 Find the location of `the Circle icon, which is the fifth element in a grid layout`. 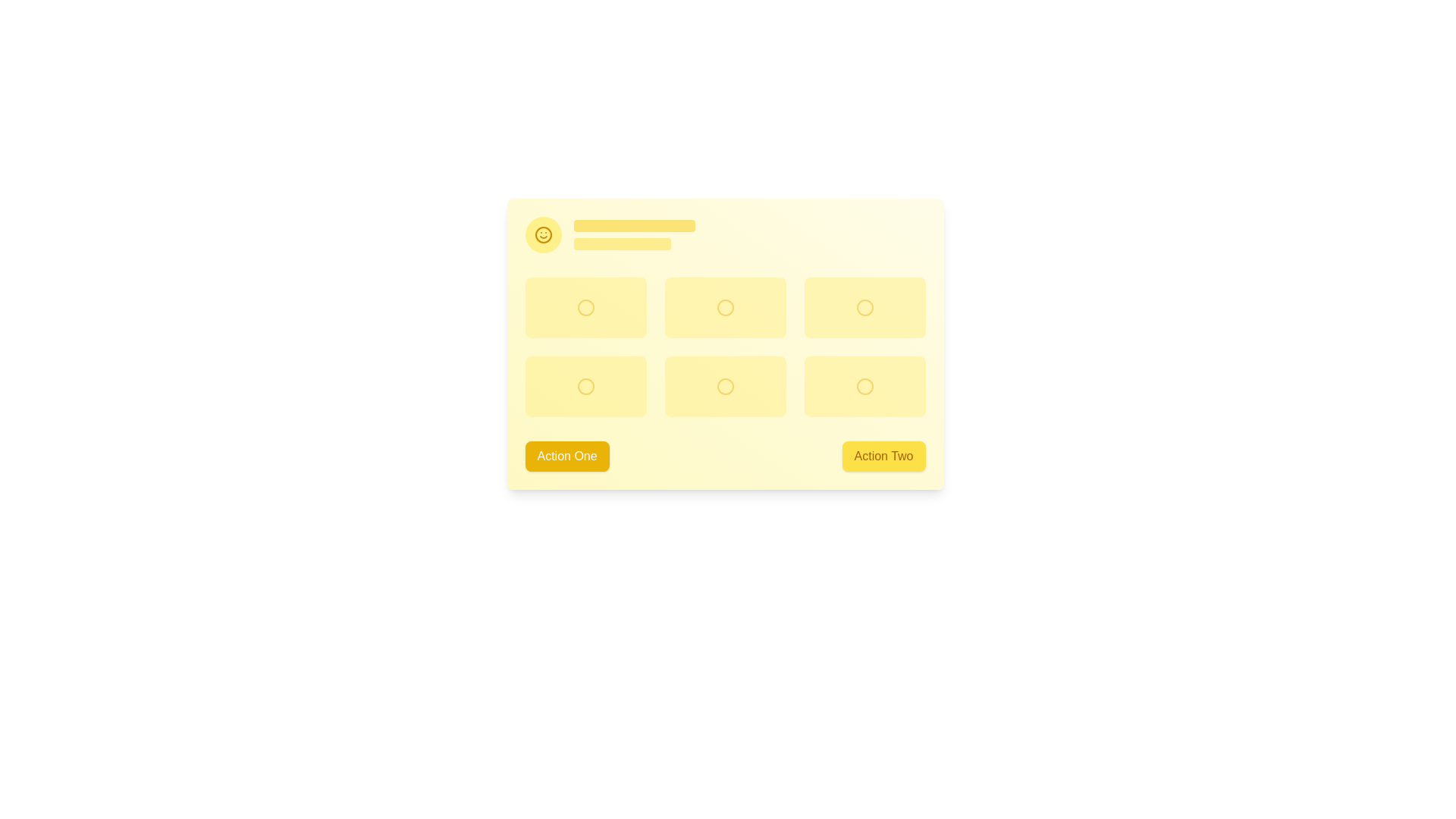

the Circle icon, which is the fifth element in a grid layout is located at coordinates (724, 385).